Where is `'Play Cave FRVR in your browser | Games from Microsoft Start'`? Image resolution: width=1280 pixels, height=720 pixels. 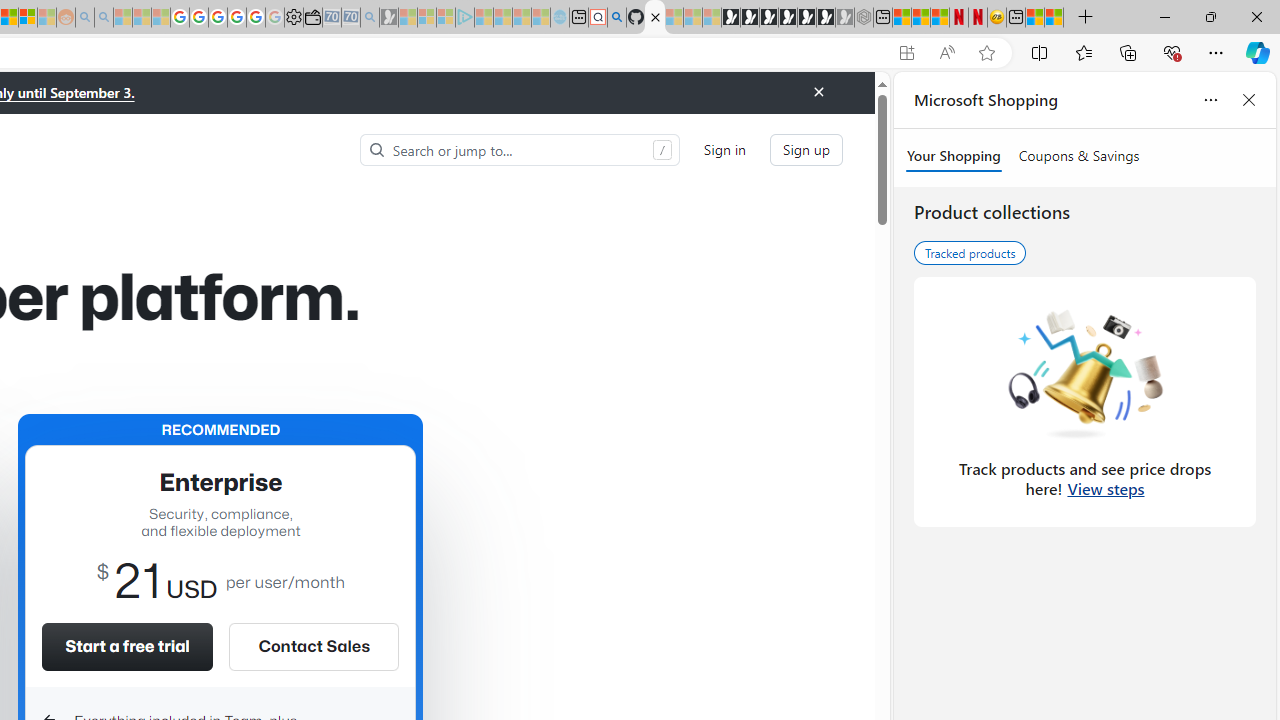 'Play Cave FRVR in your browser | Games from Microsoft Start' is located at coordinates (768, 17).